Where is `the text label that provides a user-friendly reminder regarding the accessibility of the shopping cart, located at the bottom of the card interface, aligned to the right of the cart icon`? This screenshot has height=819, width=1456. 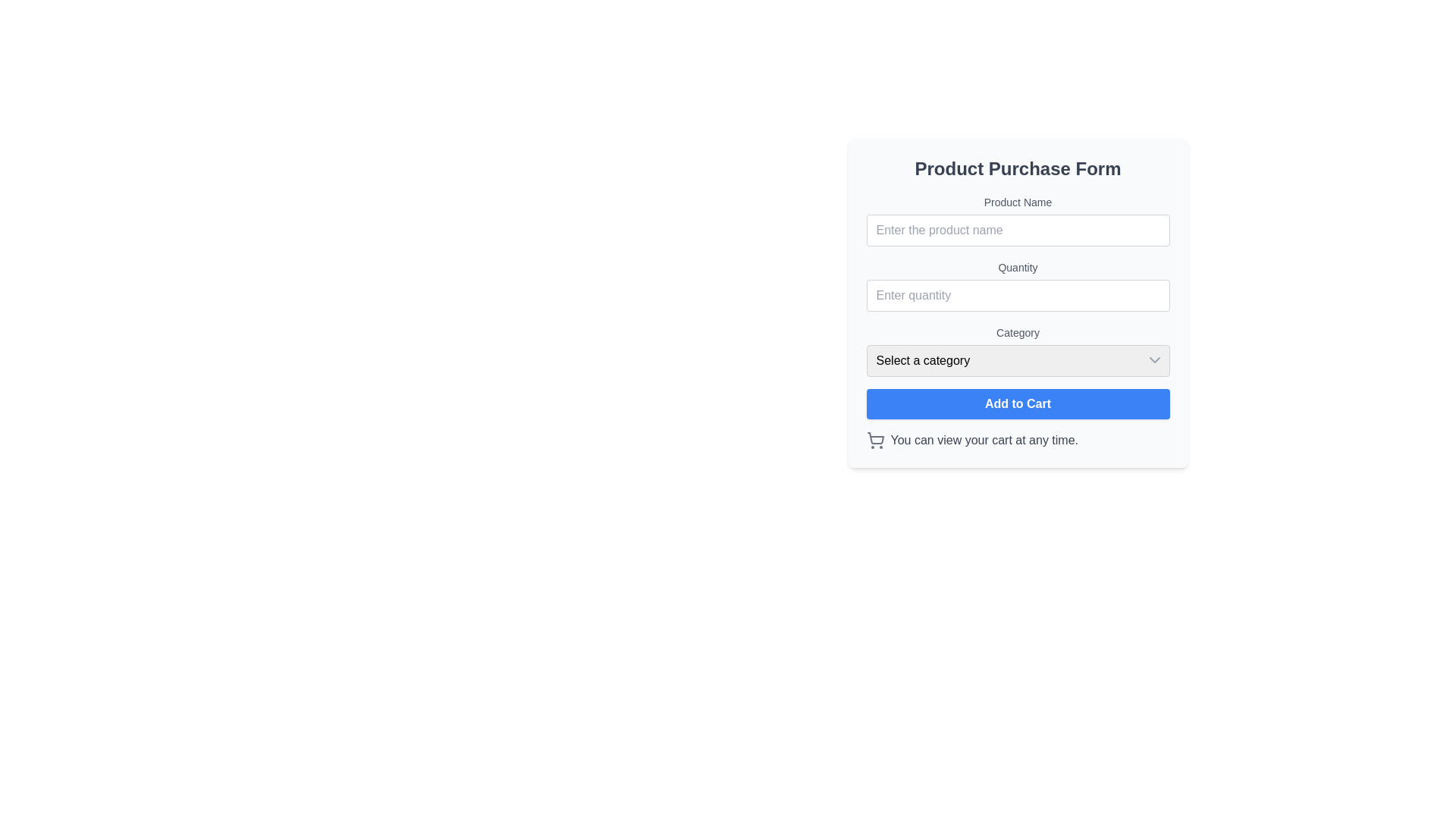
the text label that provides a user-friendly reminder regarding the accessibility of the shopping cart, located at the bottom of the card interface, aligned to the right of the cart icon is located at coordinates (984, 441).